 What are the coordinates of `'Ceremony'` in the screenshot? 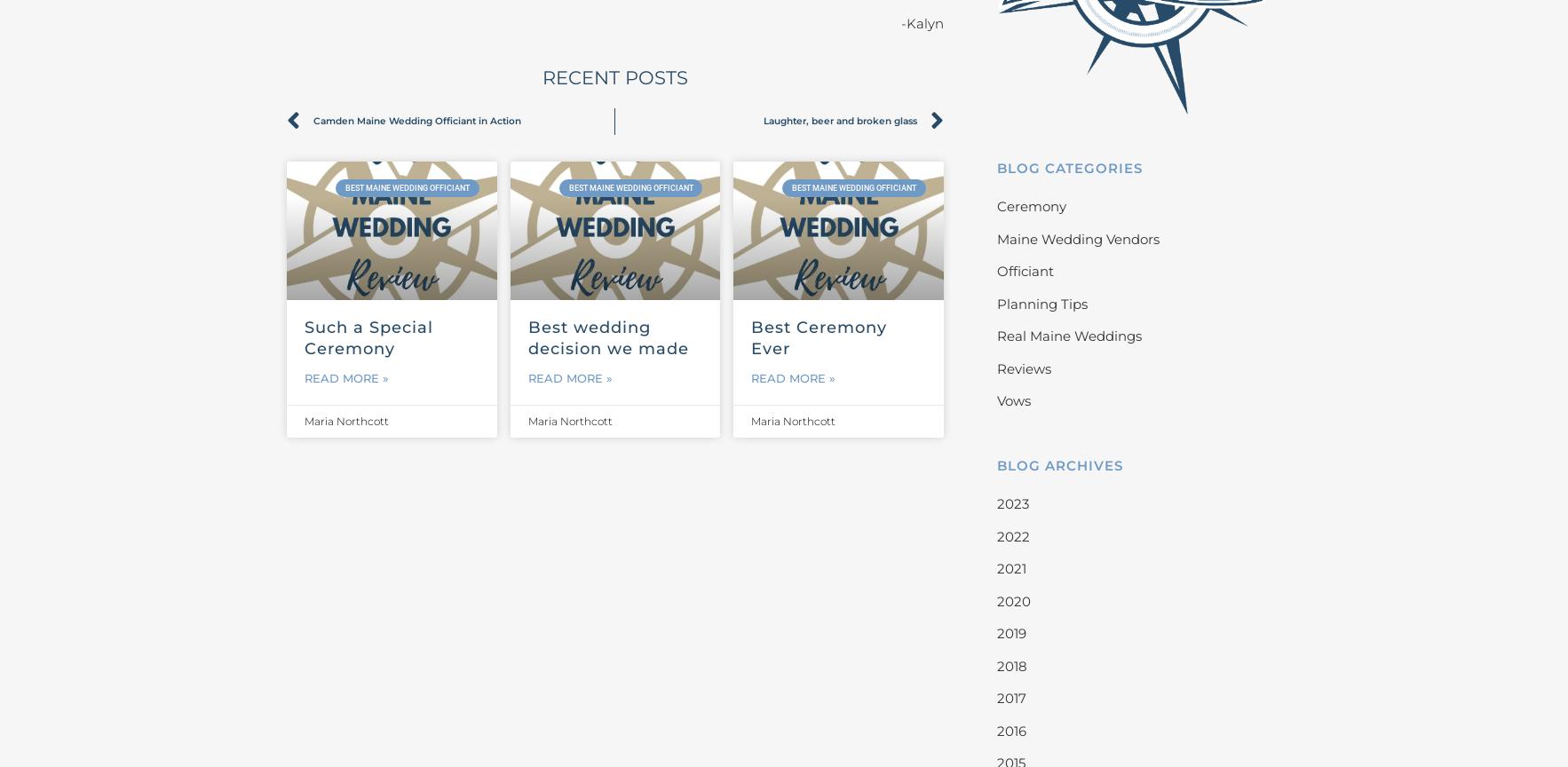 It's located at (1029, 206).